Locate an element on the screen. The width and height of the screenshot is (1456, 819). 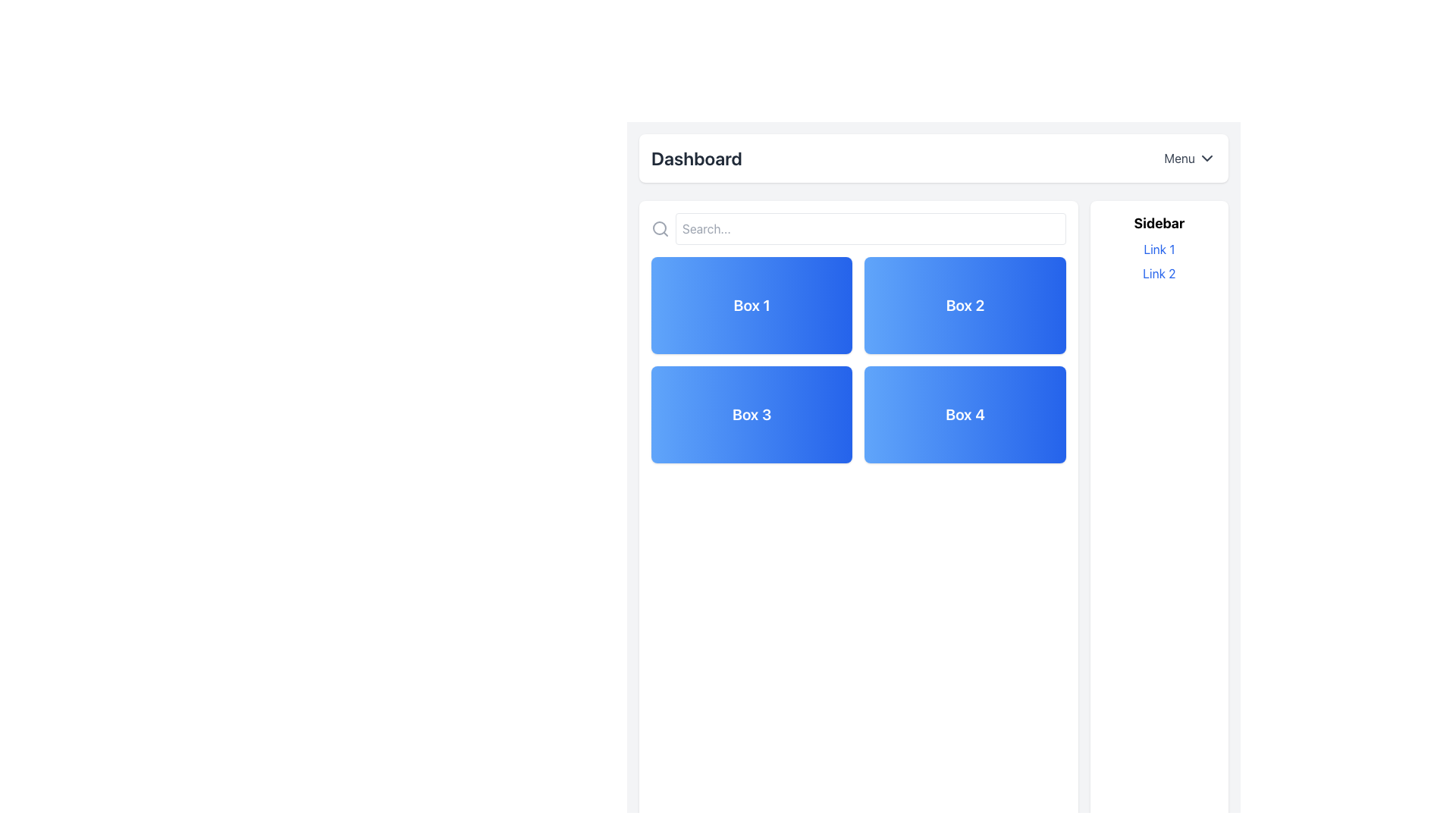
the Dropdown indicator icon located to the right of the 'Menu' text in the top-right region of the interface to trigger a tooltip is located at coordinates (1207, 158).